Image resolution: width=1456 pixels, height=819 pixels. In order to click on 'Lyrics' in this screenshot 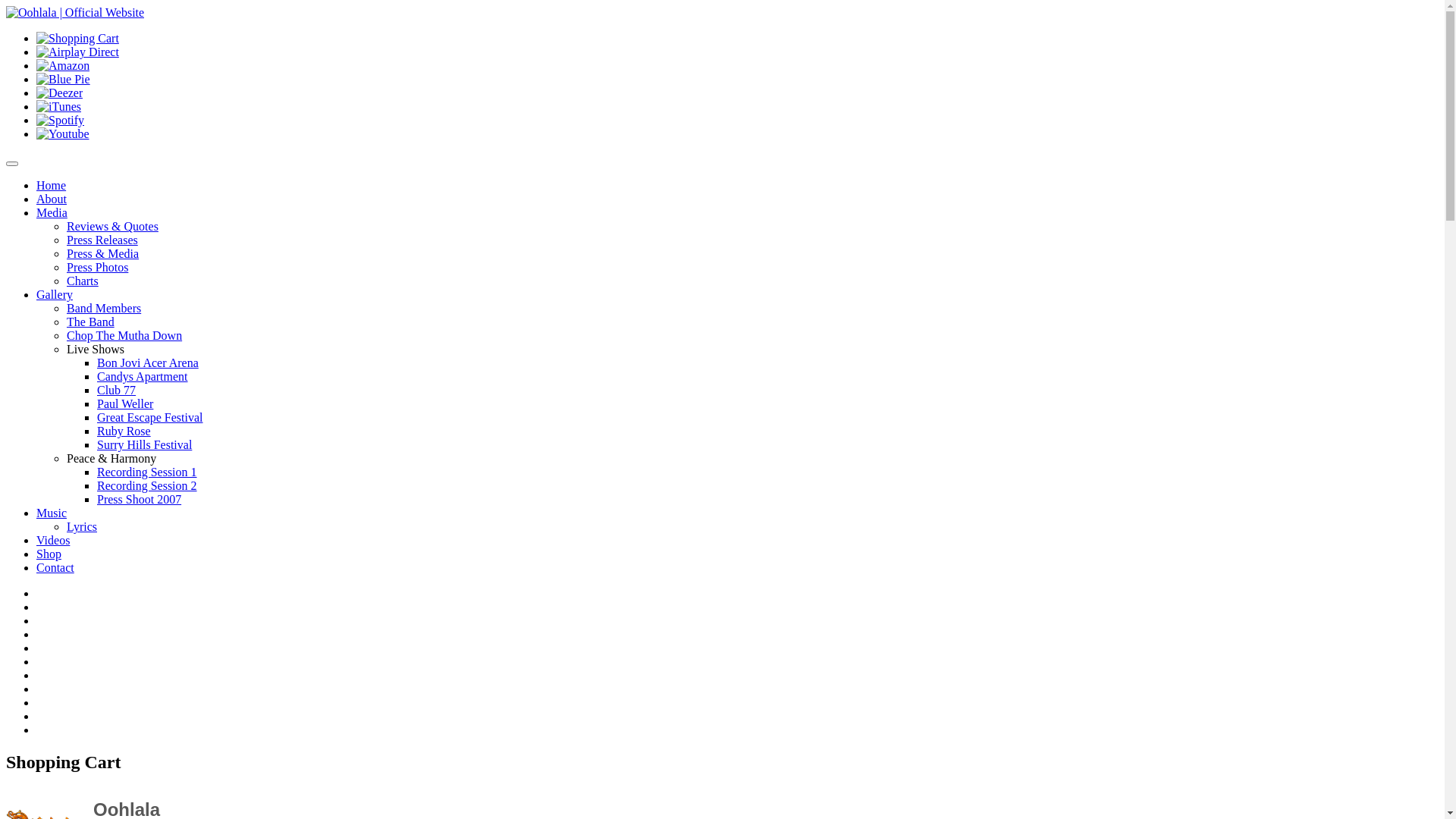, I will do `click(65, 526)`.